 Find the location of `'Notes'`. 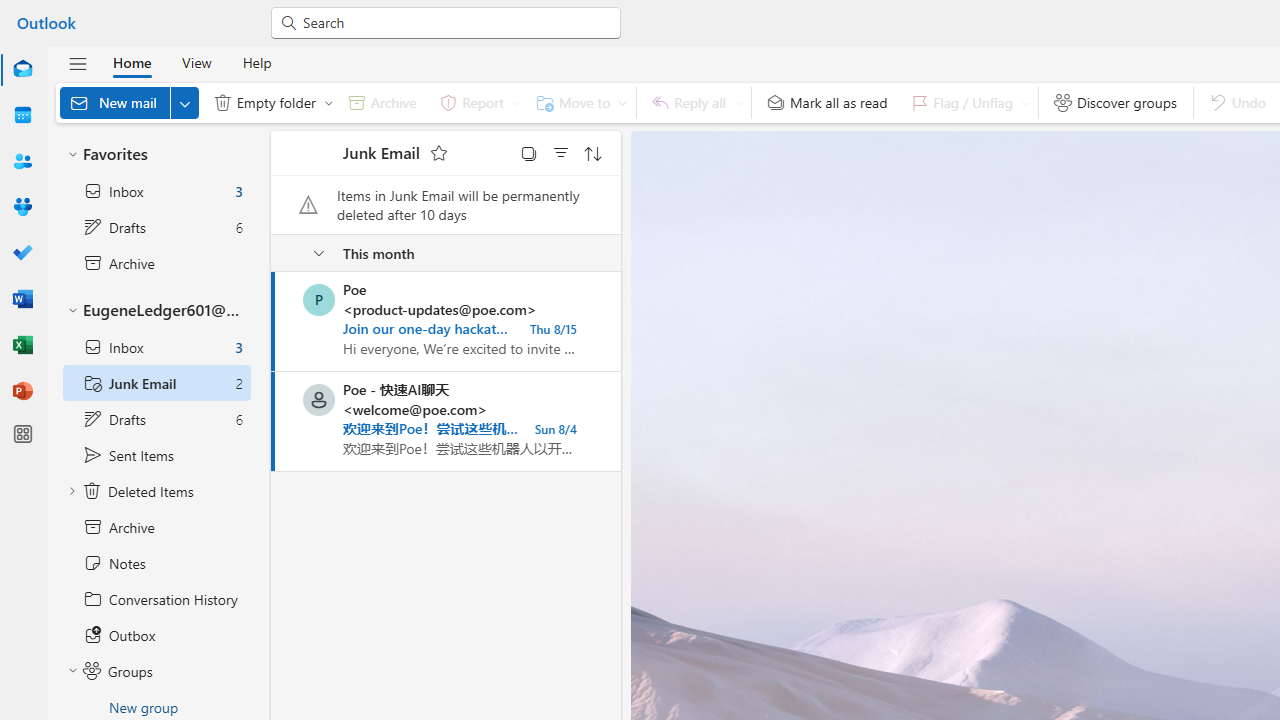

'Notes' is located at coordinates (155, 563).